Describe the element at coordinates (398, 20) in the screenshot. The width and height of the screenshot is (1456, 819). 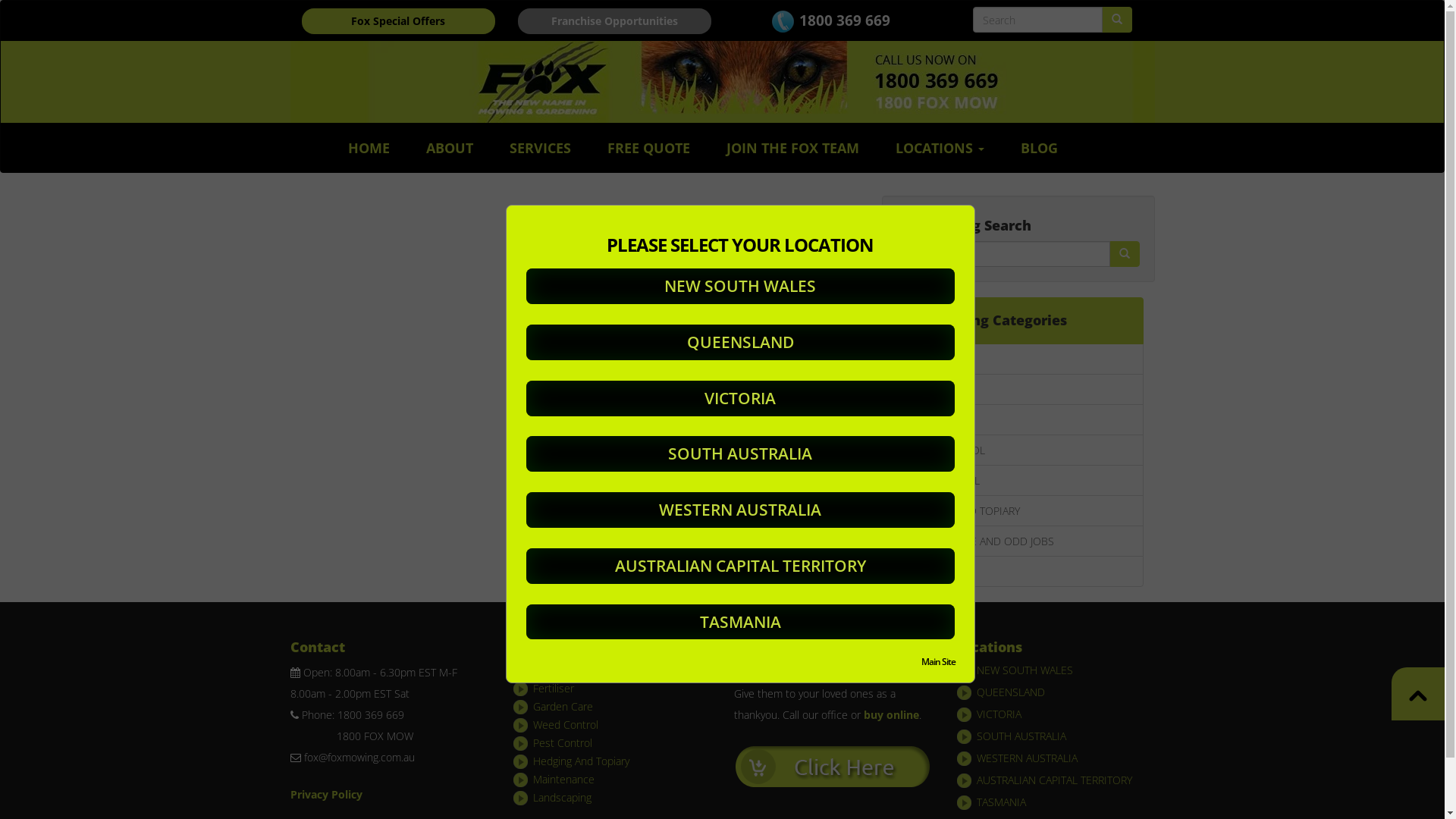
I see `'Fox Special Offers'` at that location.